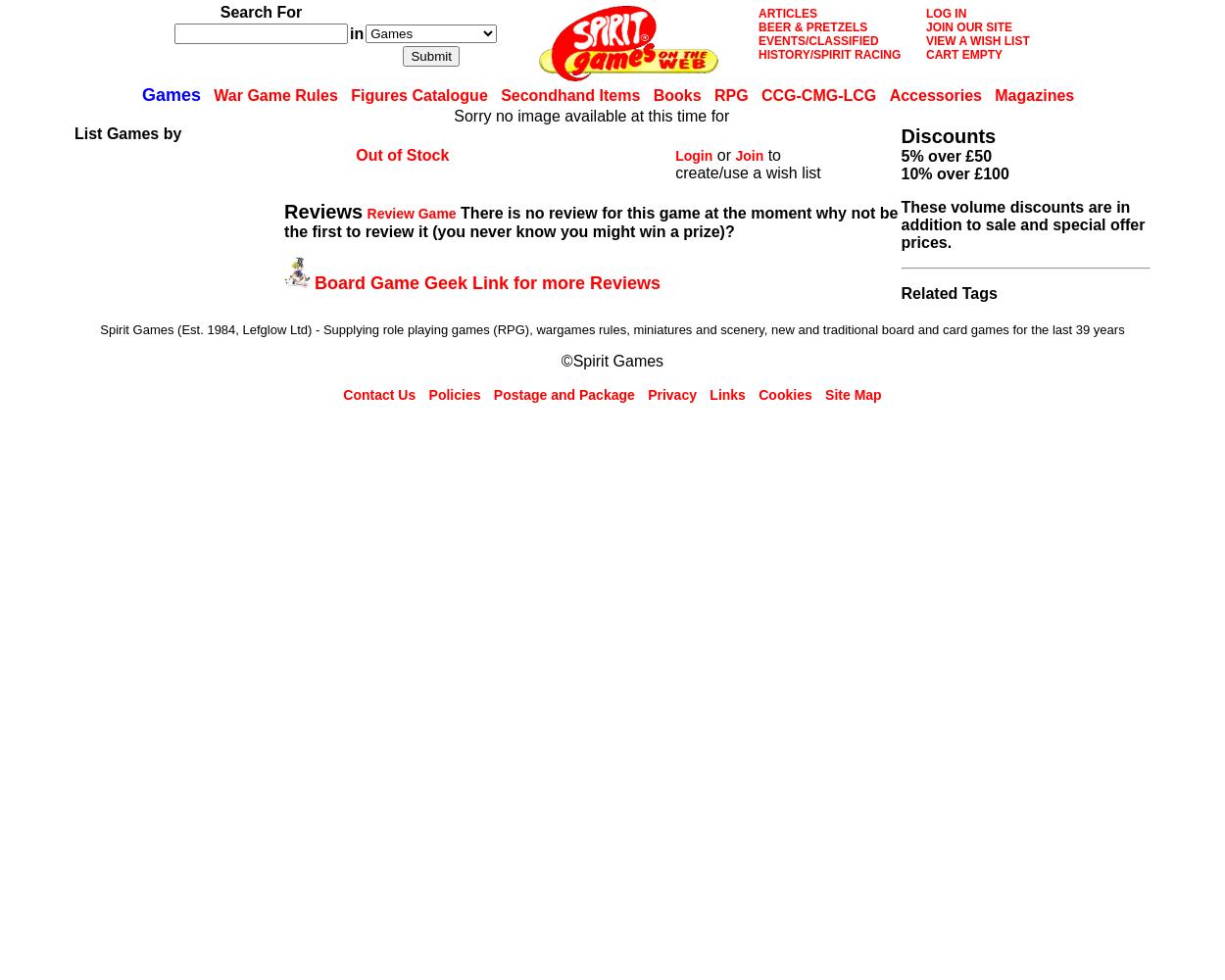  I want to click on 'Secondhand Items', so click(569, 94).